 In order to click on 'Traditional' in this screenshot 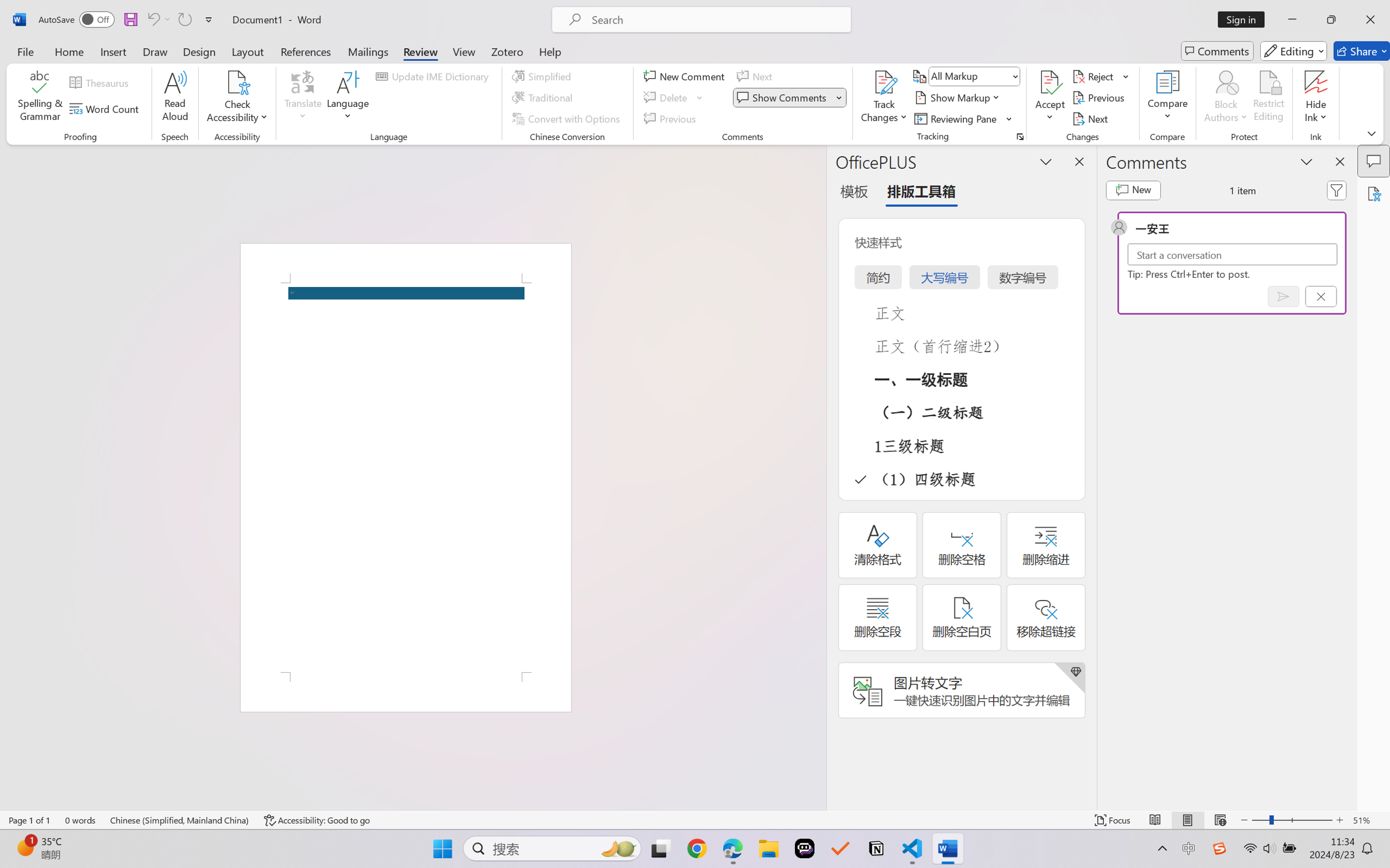, I will do `click(543, 98)`.